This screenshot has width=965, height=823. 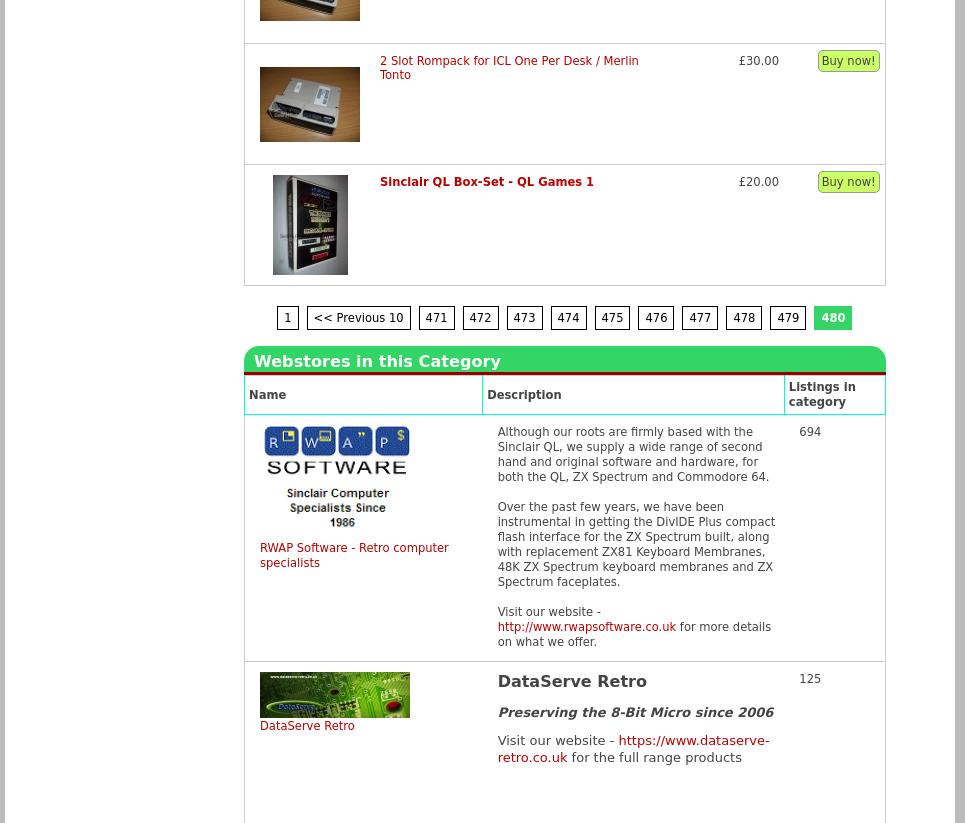 What do you see at coordinates (611, 316) in the screenshot?
I see `'475'` at bounding box center [611, 316].